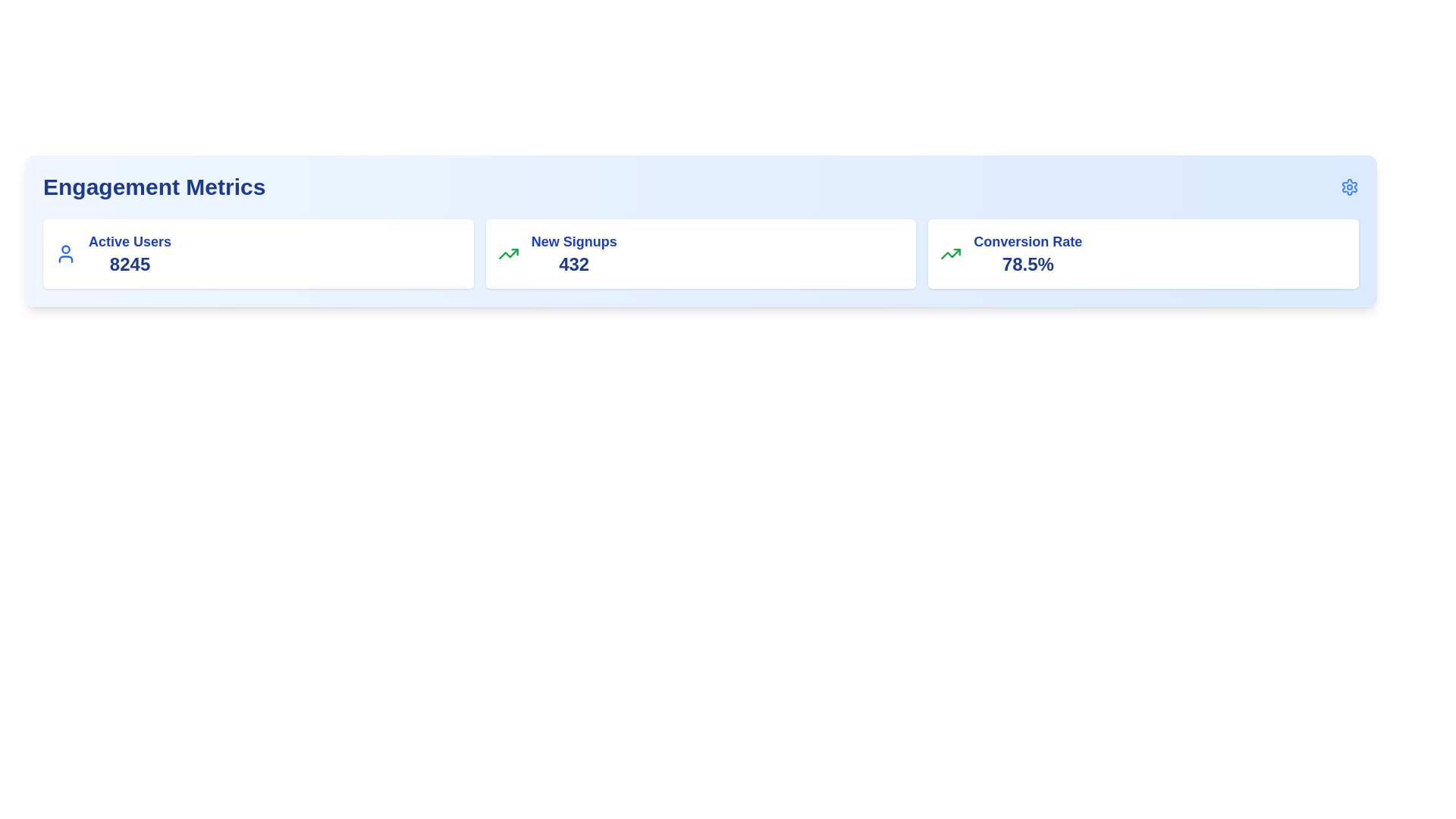 The image size is (1456, 819). What do you see at coordinates (1028, 263) in the screenshot?
I see `displayed value of the text element showing '78.5%' in blue color, located under the 'Conversion Rate' label in the metric card` at bounding box center [1028, 263].